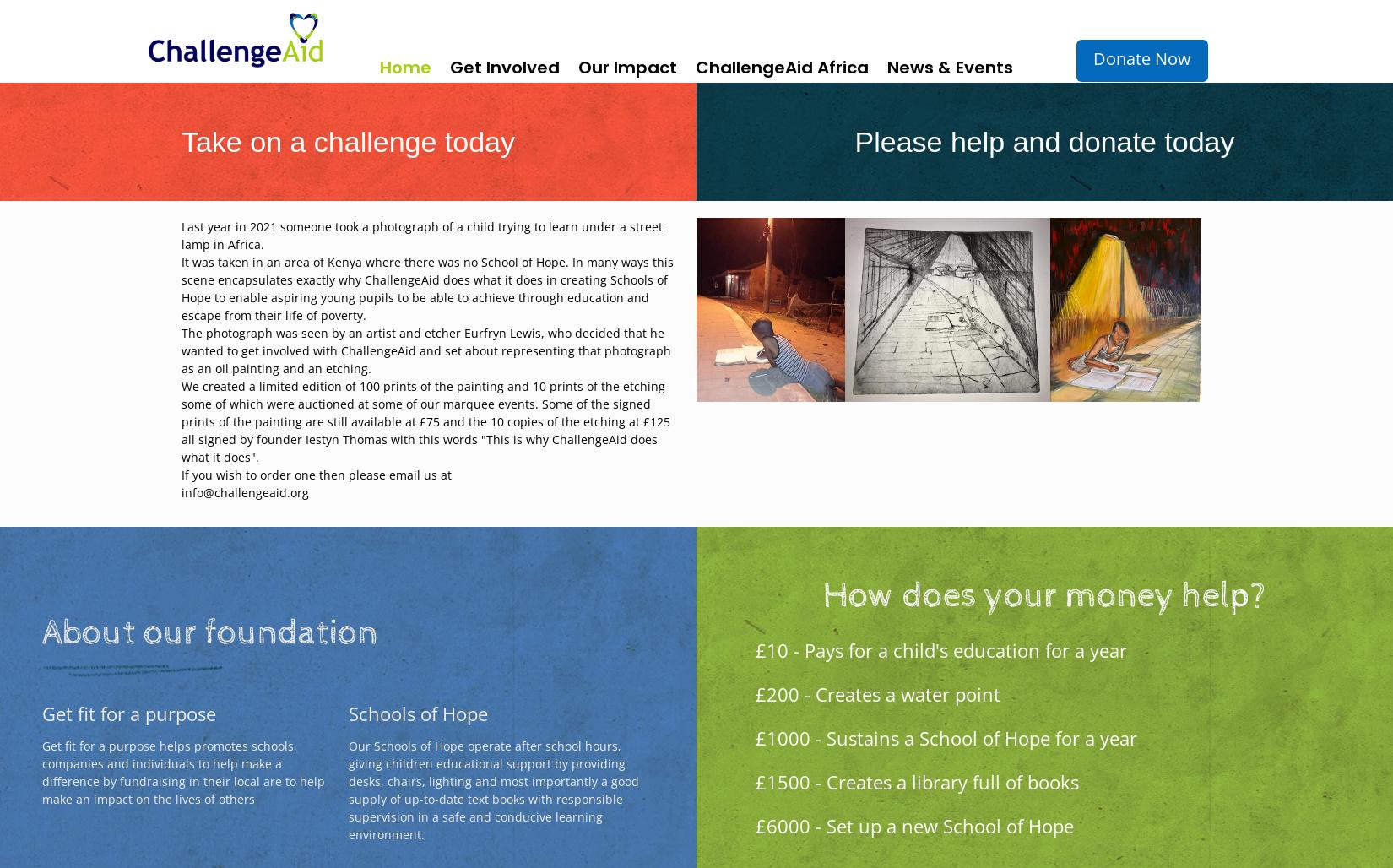 This screenshot has height=868, width=1393. Describe the element at coordinates (913, 824) in the screenshot. I see `'£6000 - Set up a new School of Hope'` at that location.